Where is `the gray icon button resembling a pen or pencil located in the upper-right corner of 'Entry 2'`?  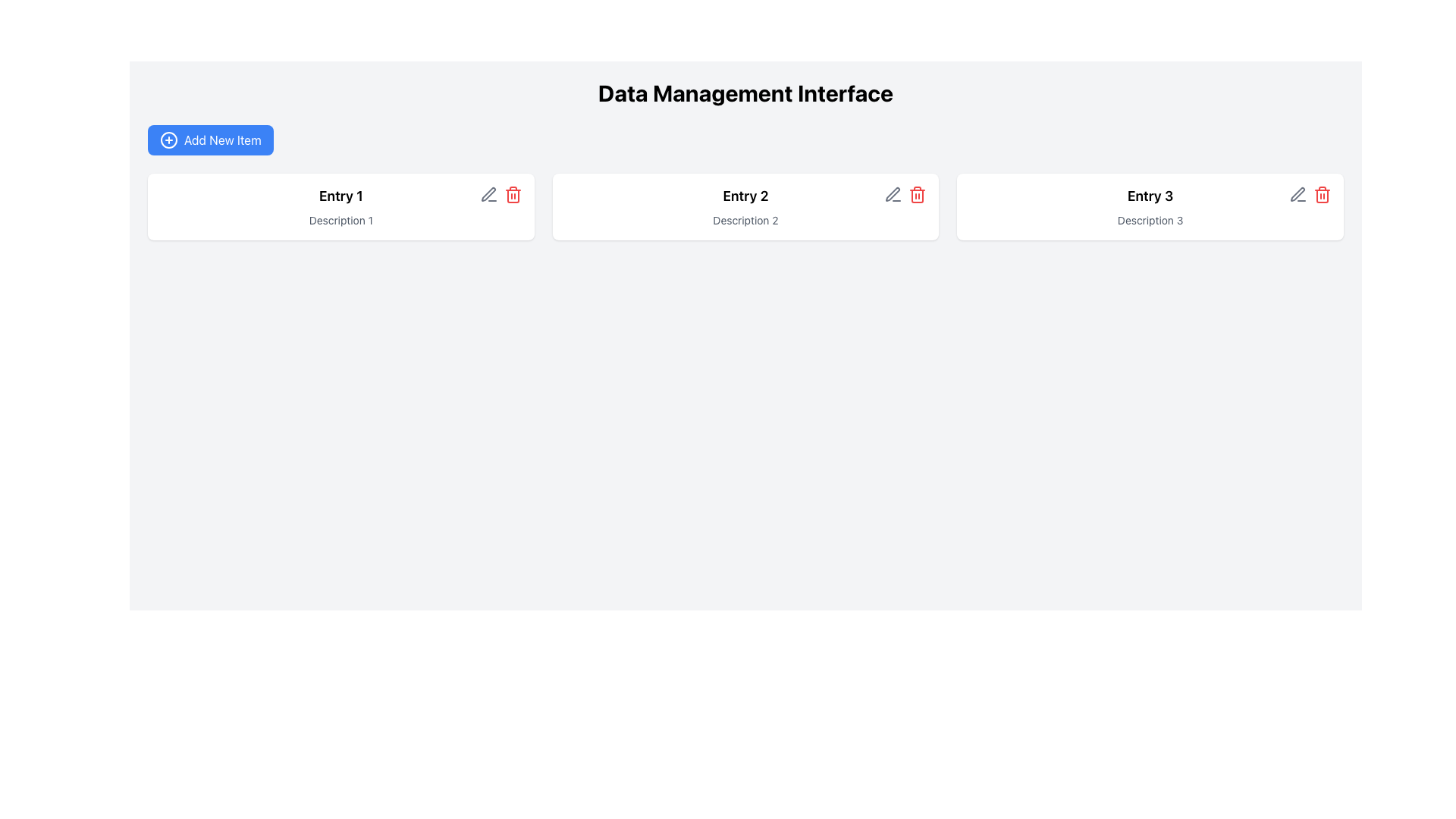 the gray icon button resembling a pen or pencil located in the upper-right corner of 'Entry 2' is located at coordinates (488, 194).